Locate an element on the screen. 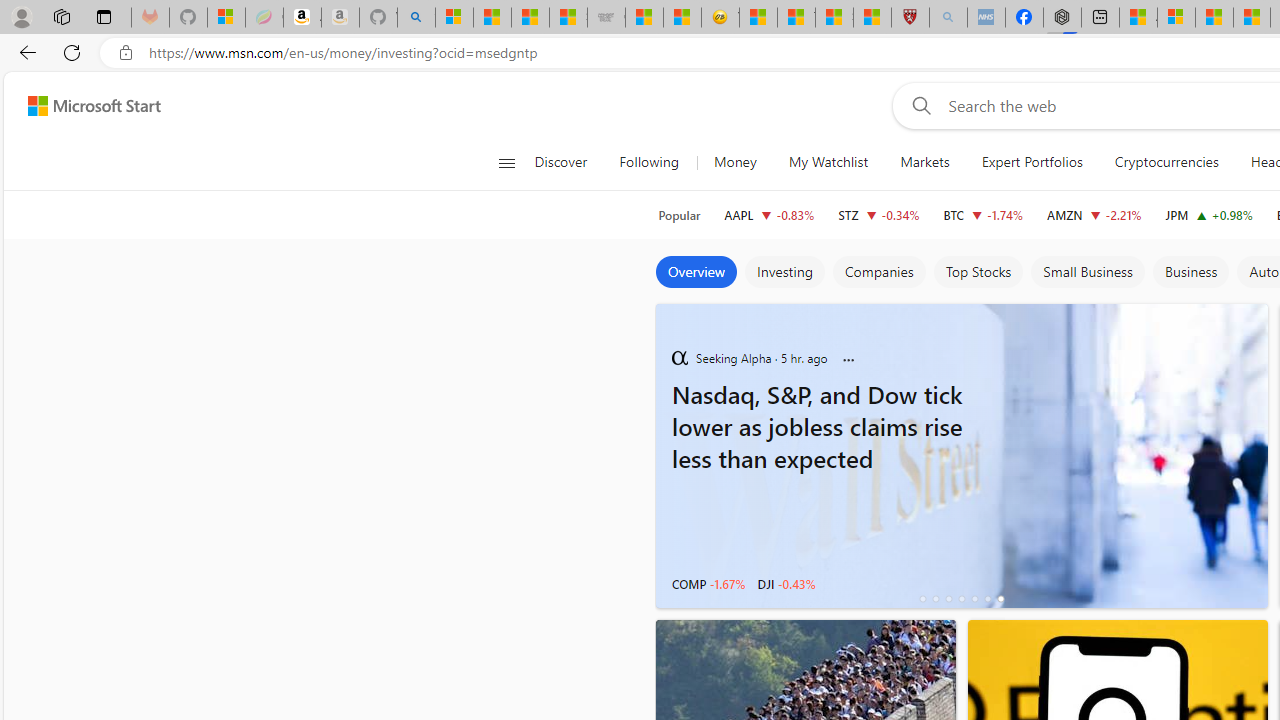  'My Watchlist' is located at coordinates (828, 162).